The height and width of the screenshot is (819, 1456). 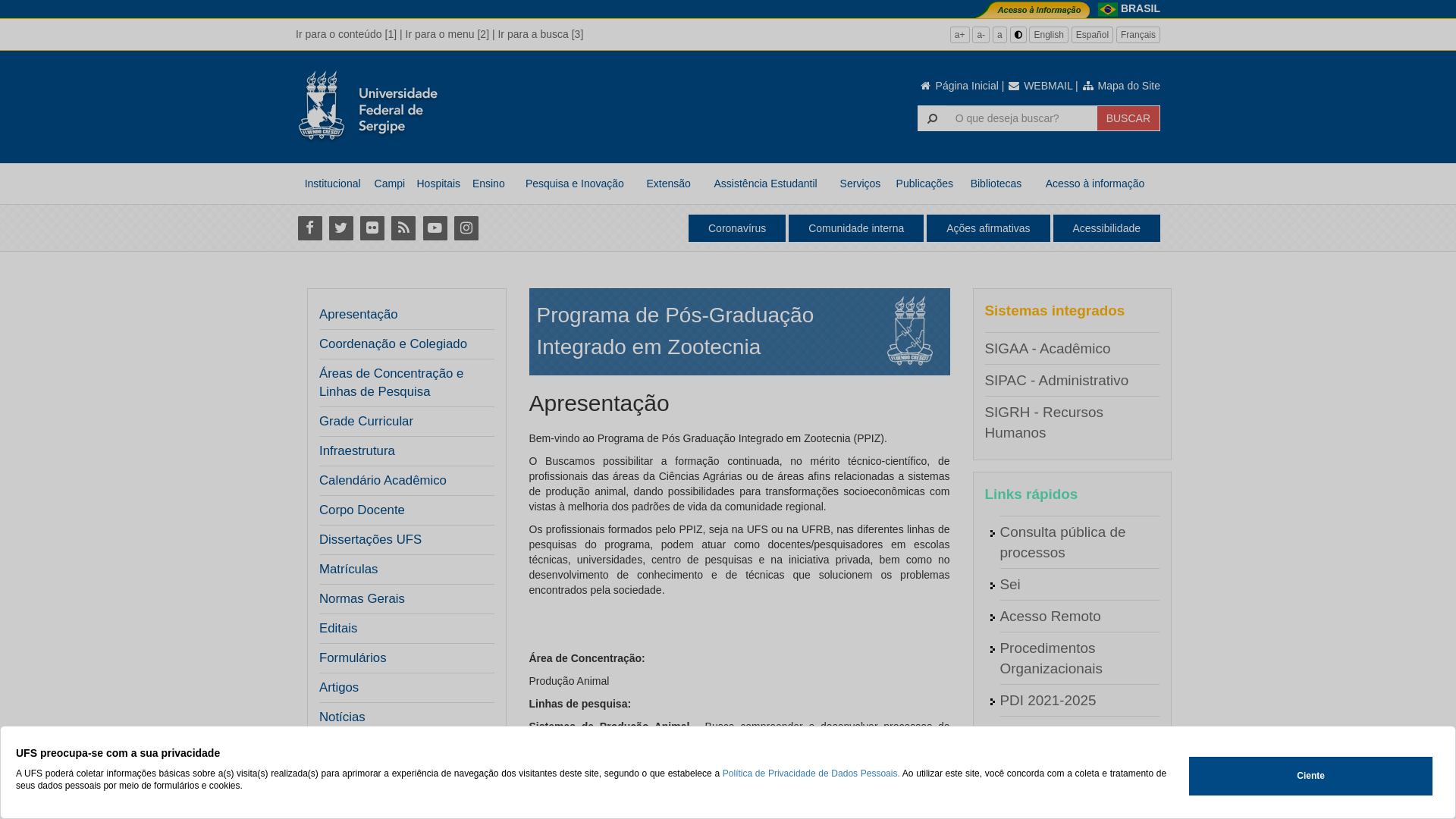 I want to click on 'Acessibilidade', so click(x=1106, y=227).